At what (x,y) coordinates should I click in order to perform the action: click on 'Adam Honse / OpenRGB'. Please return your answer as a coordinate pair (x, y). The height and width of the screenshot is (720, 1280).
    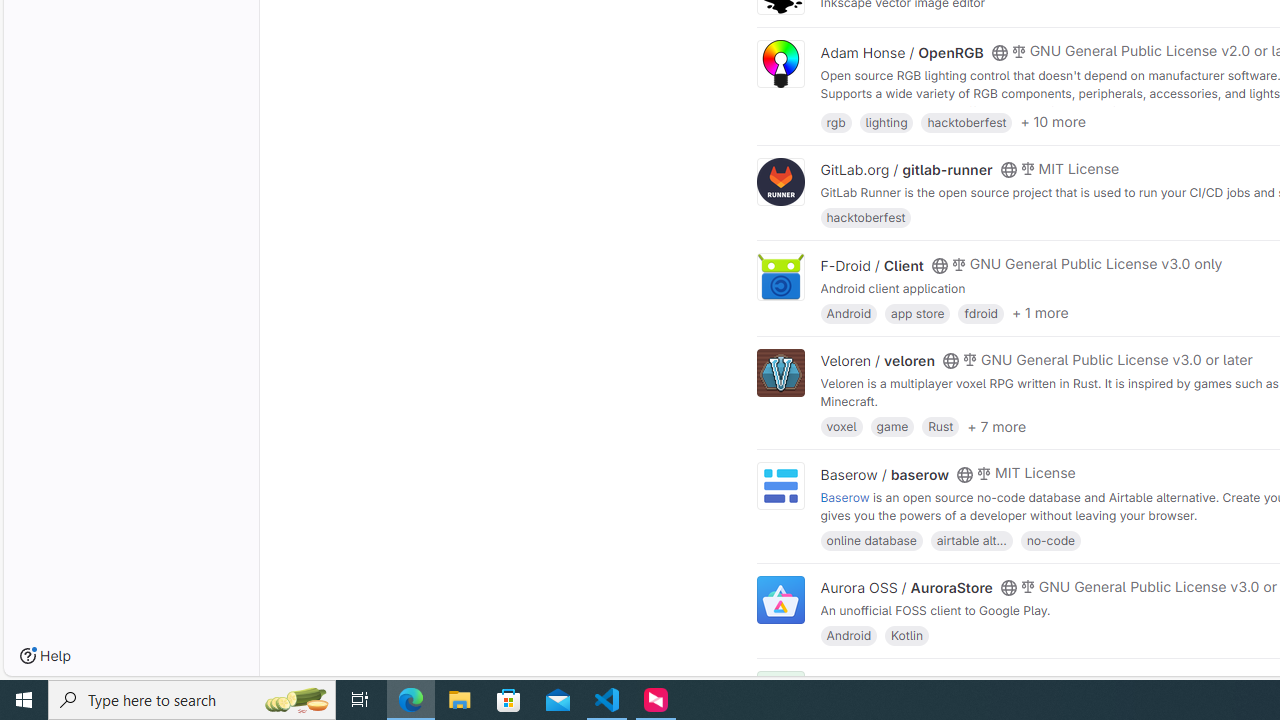
    Looking at the image, I should click on (901, 51).